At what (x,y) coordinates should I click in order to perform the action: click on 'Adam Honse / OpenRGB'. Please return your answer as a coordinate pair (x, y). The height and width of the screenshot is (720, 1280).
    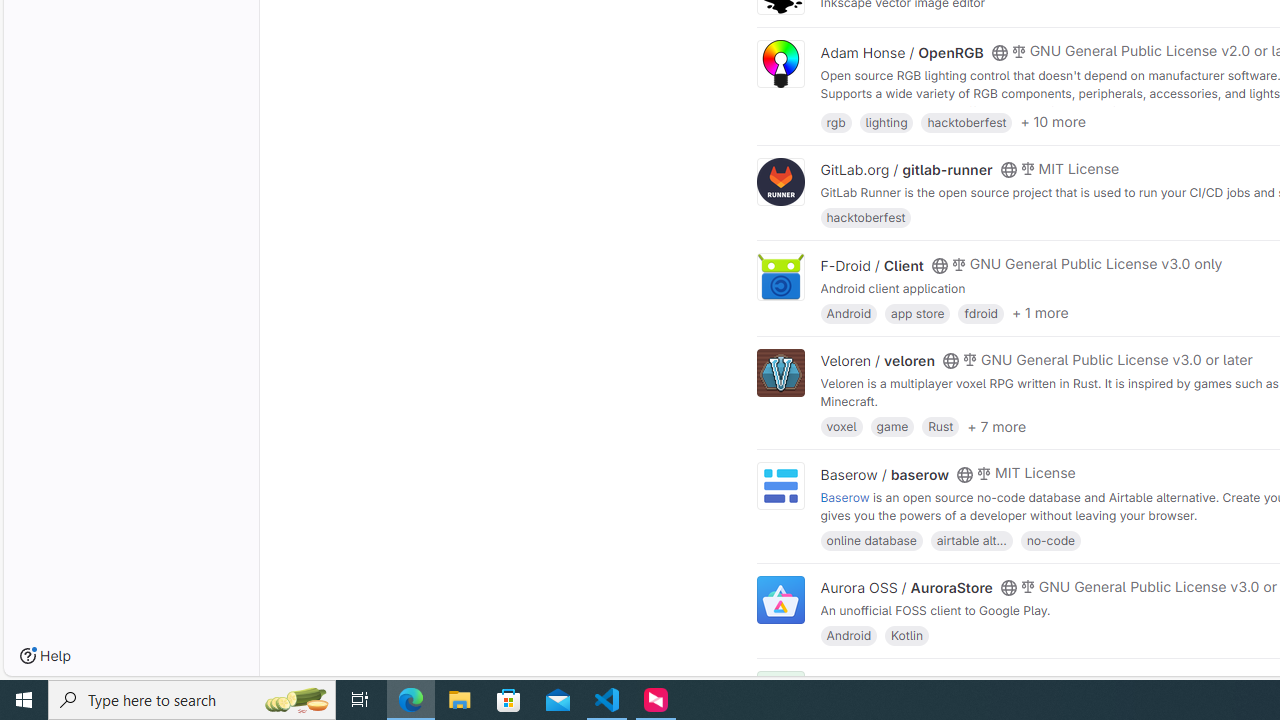
    Looking at the image, I should click on (901, 51).